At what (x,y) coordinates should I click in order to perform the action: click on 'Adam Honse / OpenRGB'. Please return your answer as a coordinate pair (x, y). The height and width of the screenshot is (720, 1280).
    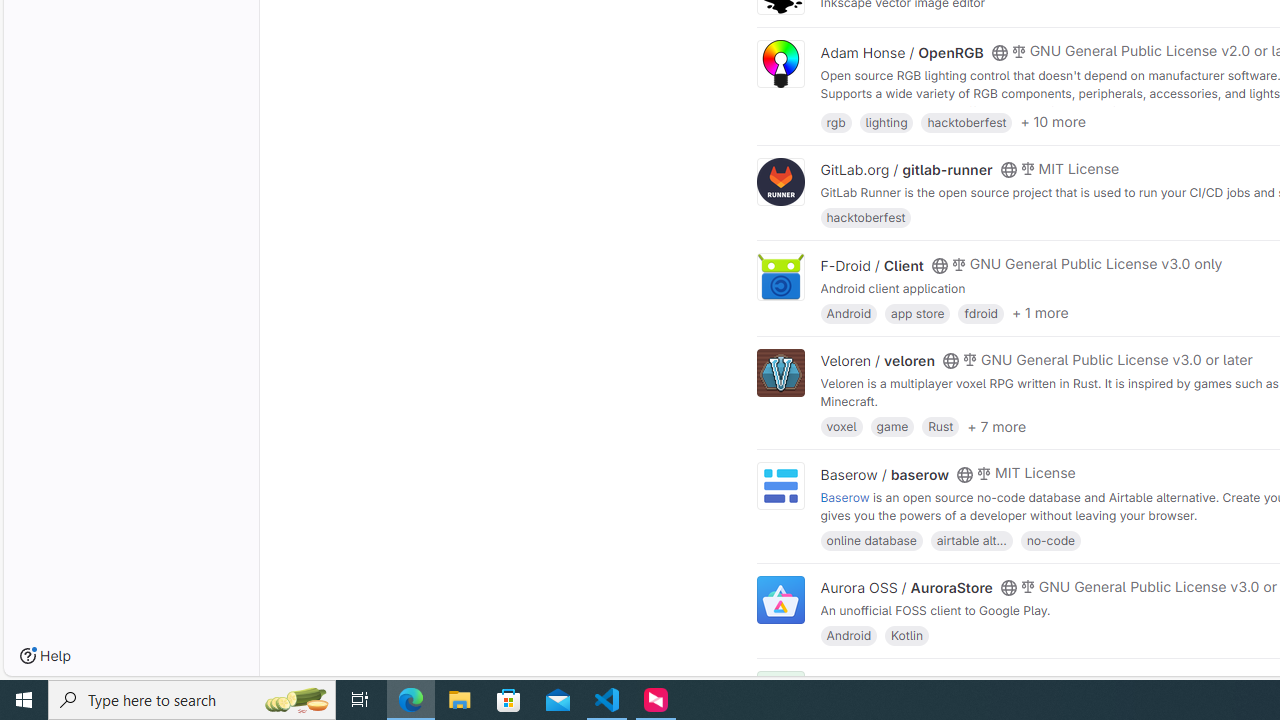
    Looking at the image, I should click on (901, 51).